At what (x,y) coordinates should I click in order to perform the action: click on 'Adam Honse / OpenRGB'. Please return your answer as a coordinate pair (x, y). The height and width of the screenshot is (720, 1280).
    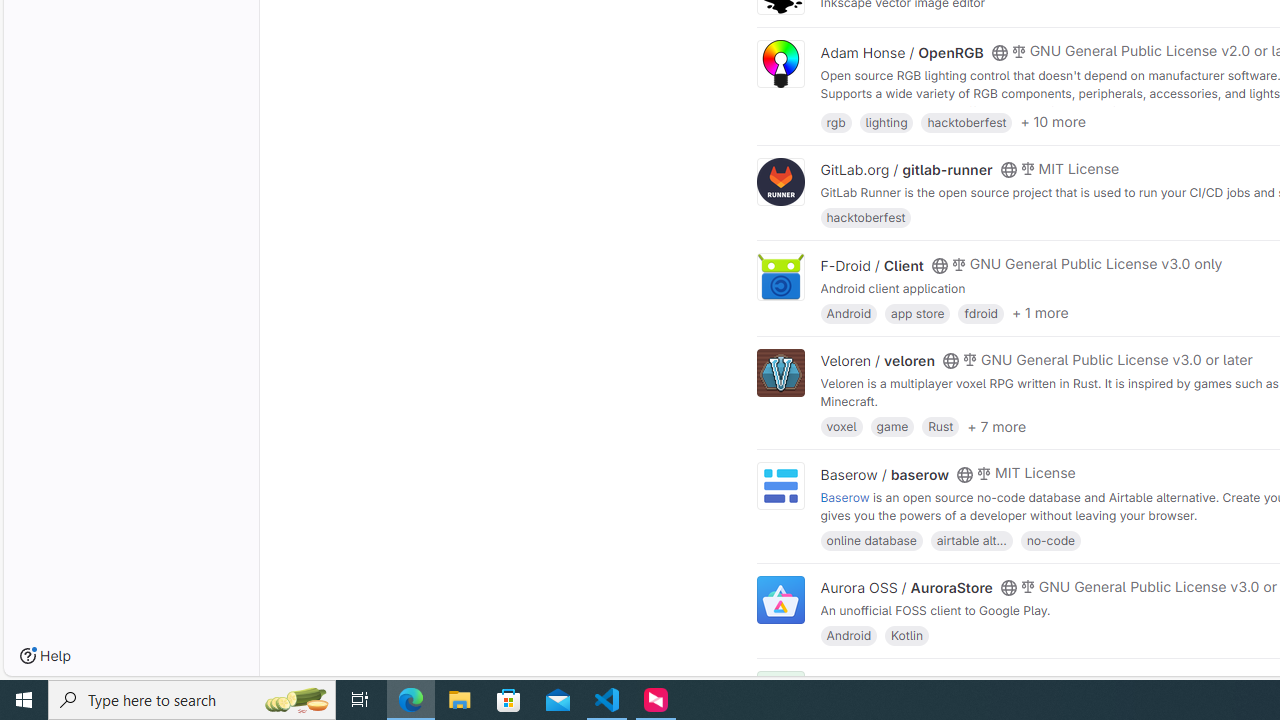
    Looking at the image, I should click on (901, 51).